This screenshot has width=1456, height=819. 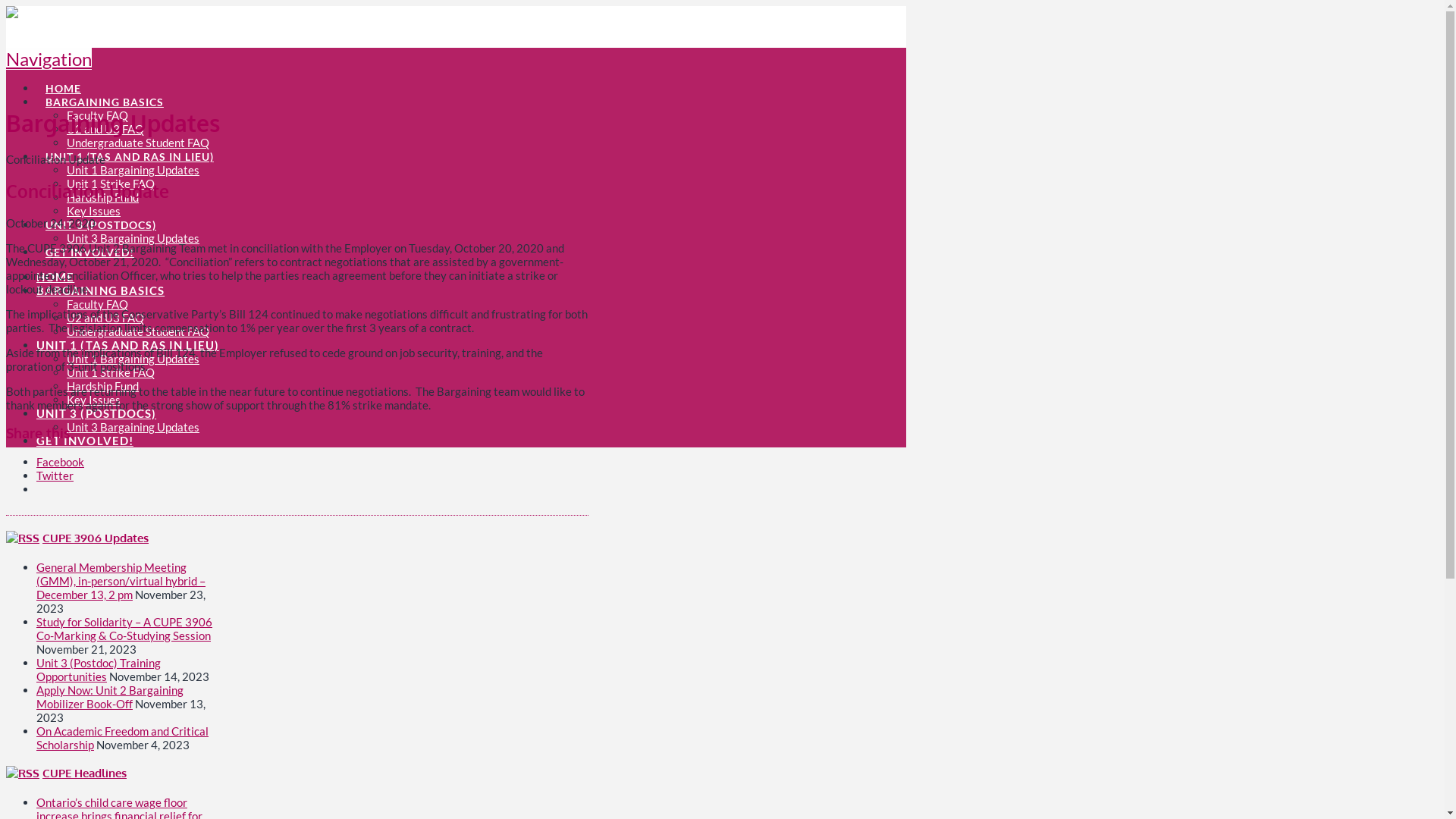 What do you see at coordinates (105, 127) in the screenshot?
I see `'U2 and U3 FAQ'` at bounding box center [105, 127].